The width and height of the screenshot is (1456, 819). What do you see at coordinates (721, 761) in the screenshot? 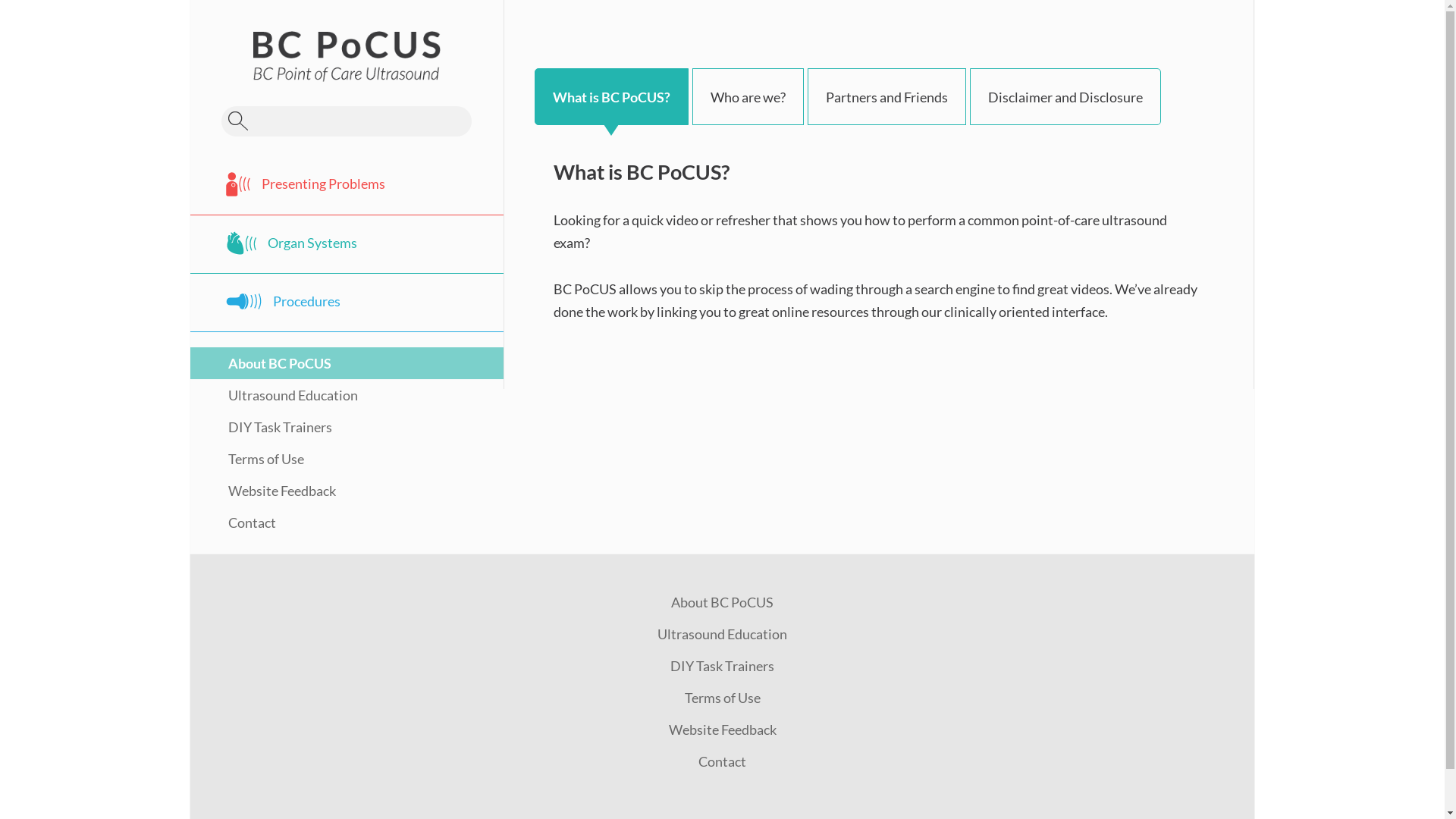
I see `'Contact'` at bounding box center [721, 761].